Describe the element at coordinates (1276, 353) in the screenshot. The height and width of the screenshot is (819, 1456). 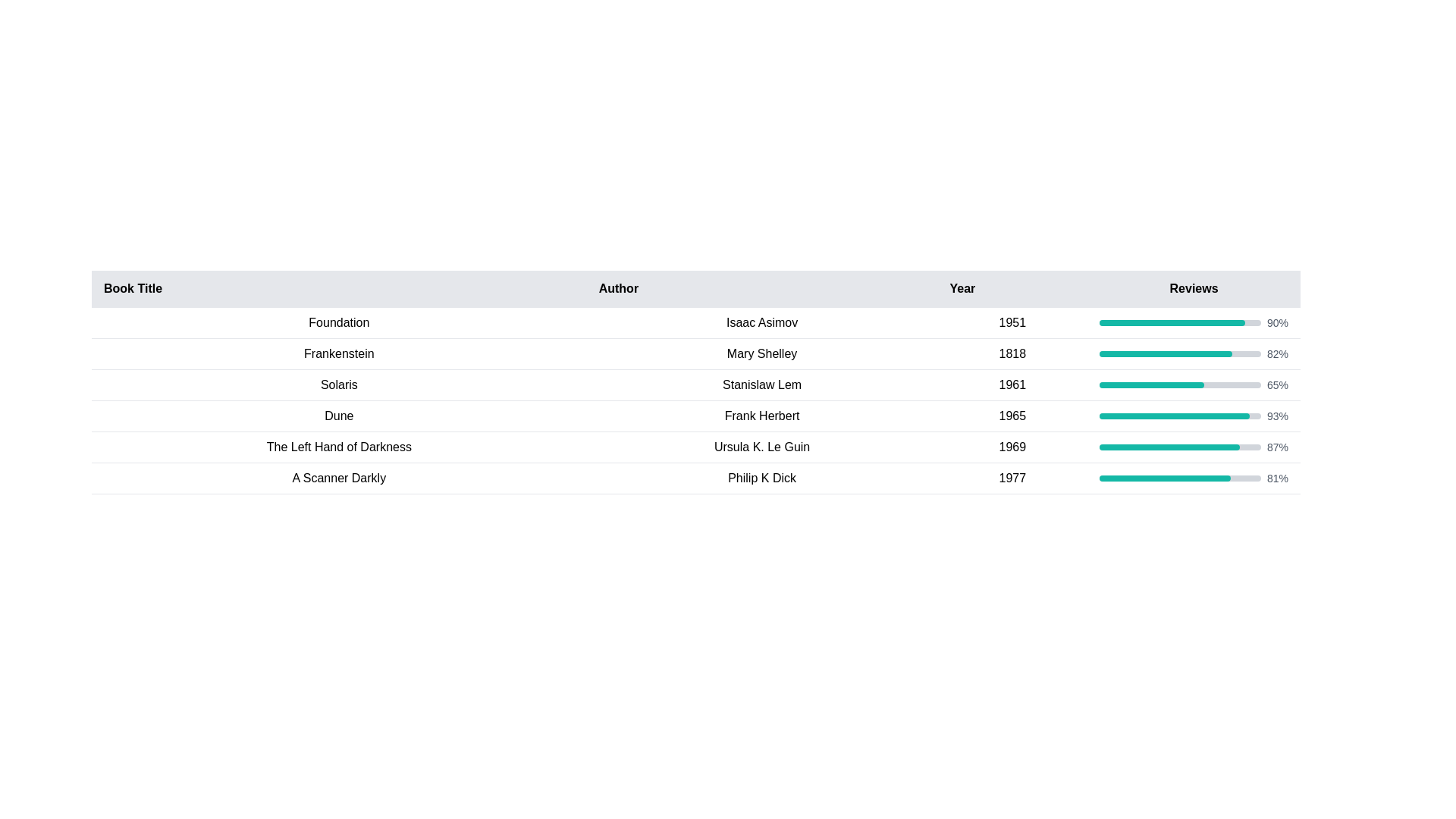
I see `the static text label displaying the percentage for the 'Frankenstein' book under the 'Reviews' column` at that location.